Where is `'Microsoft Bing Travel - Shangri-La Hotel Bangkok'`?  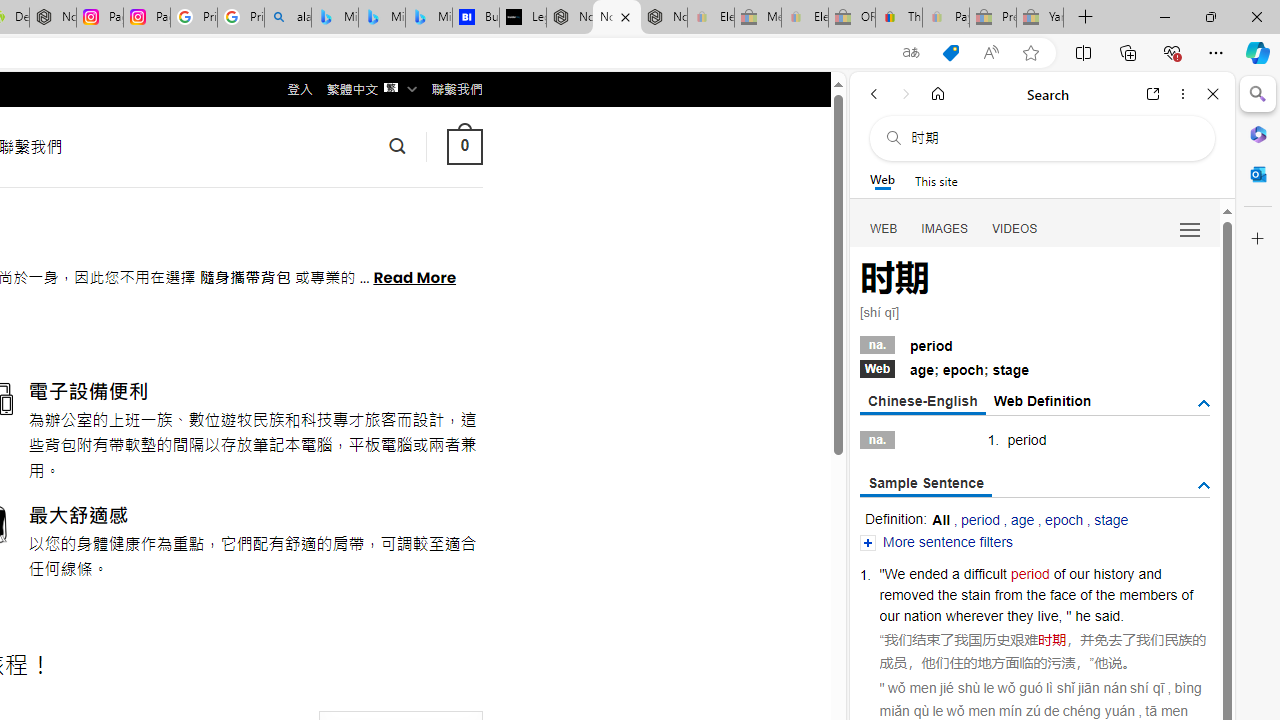 'Microsoft Bing Travel - Shangri-La Hotel Bangkok' is located at coordinates (427, 17).